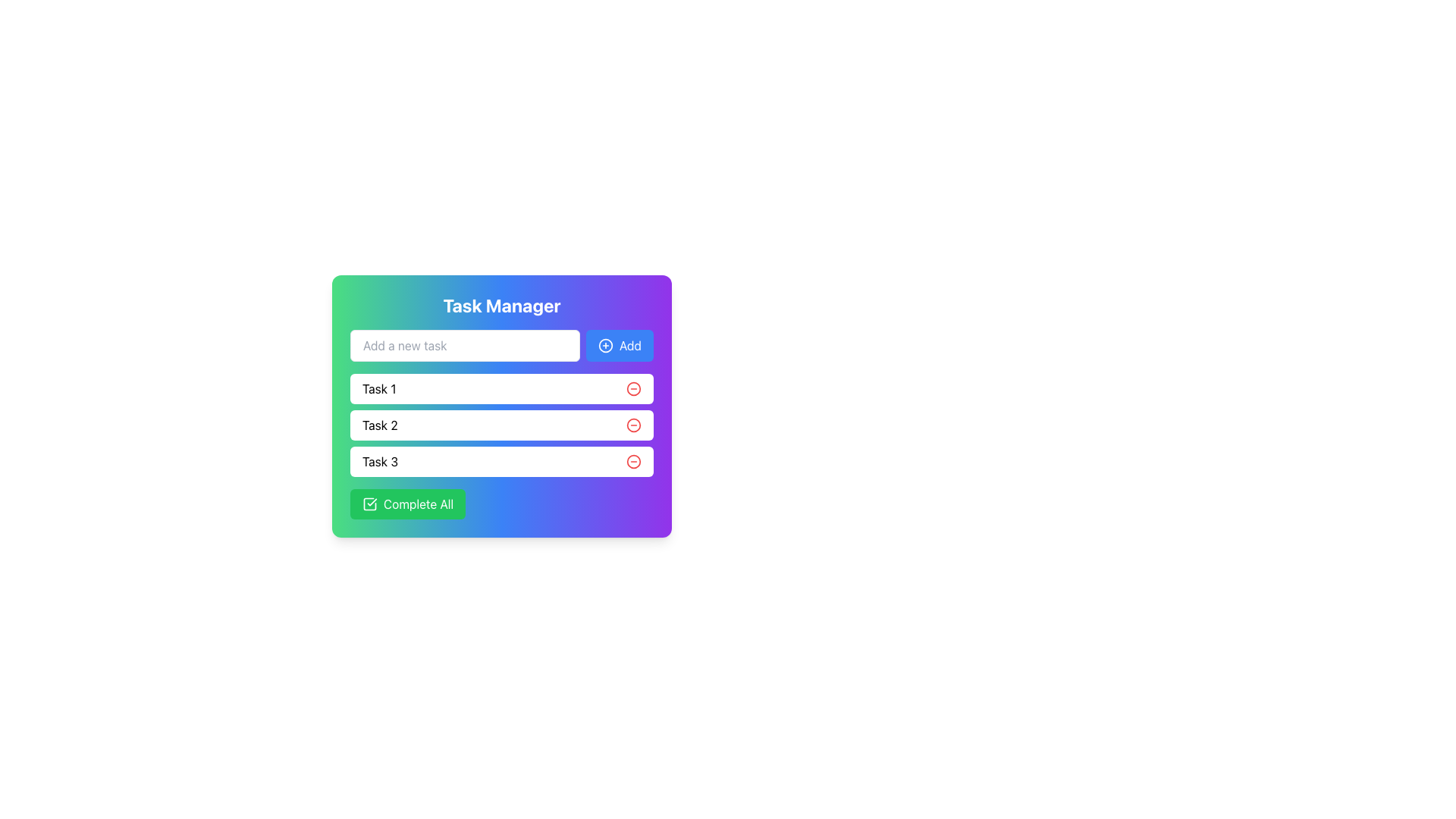  I want to click on the second task item in the task manager interface, so click(502, 425).